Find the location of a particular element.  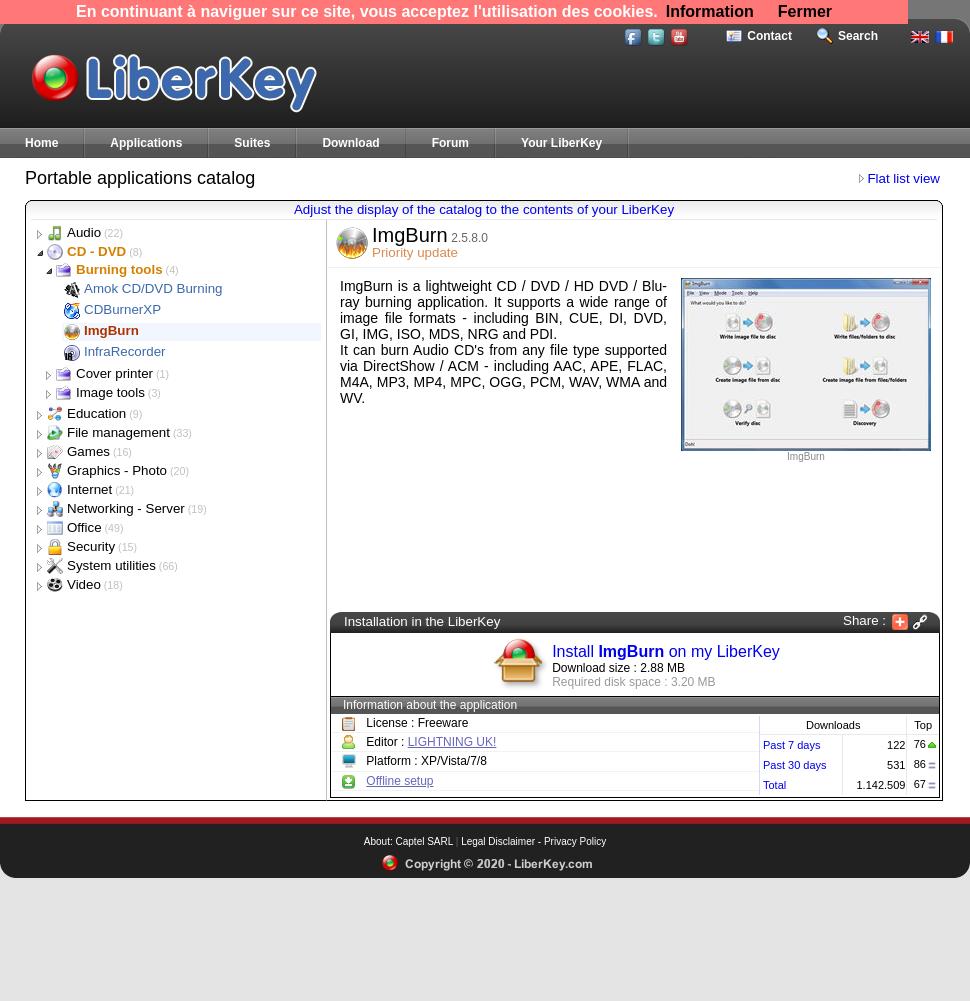

'(16)' is located at coordinates (119, 451).